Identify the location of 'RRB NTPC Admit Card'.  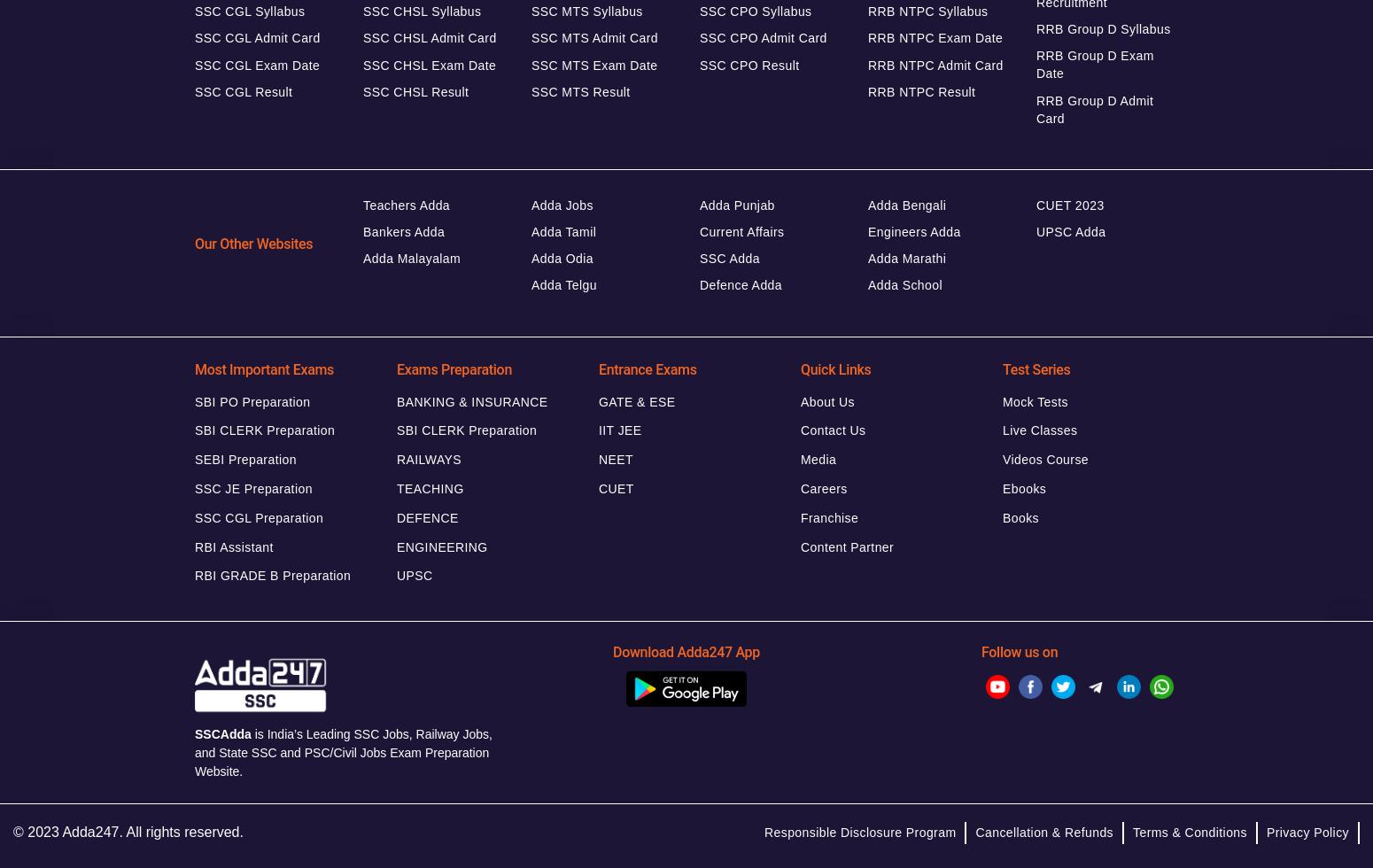
(935, 65).